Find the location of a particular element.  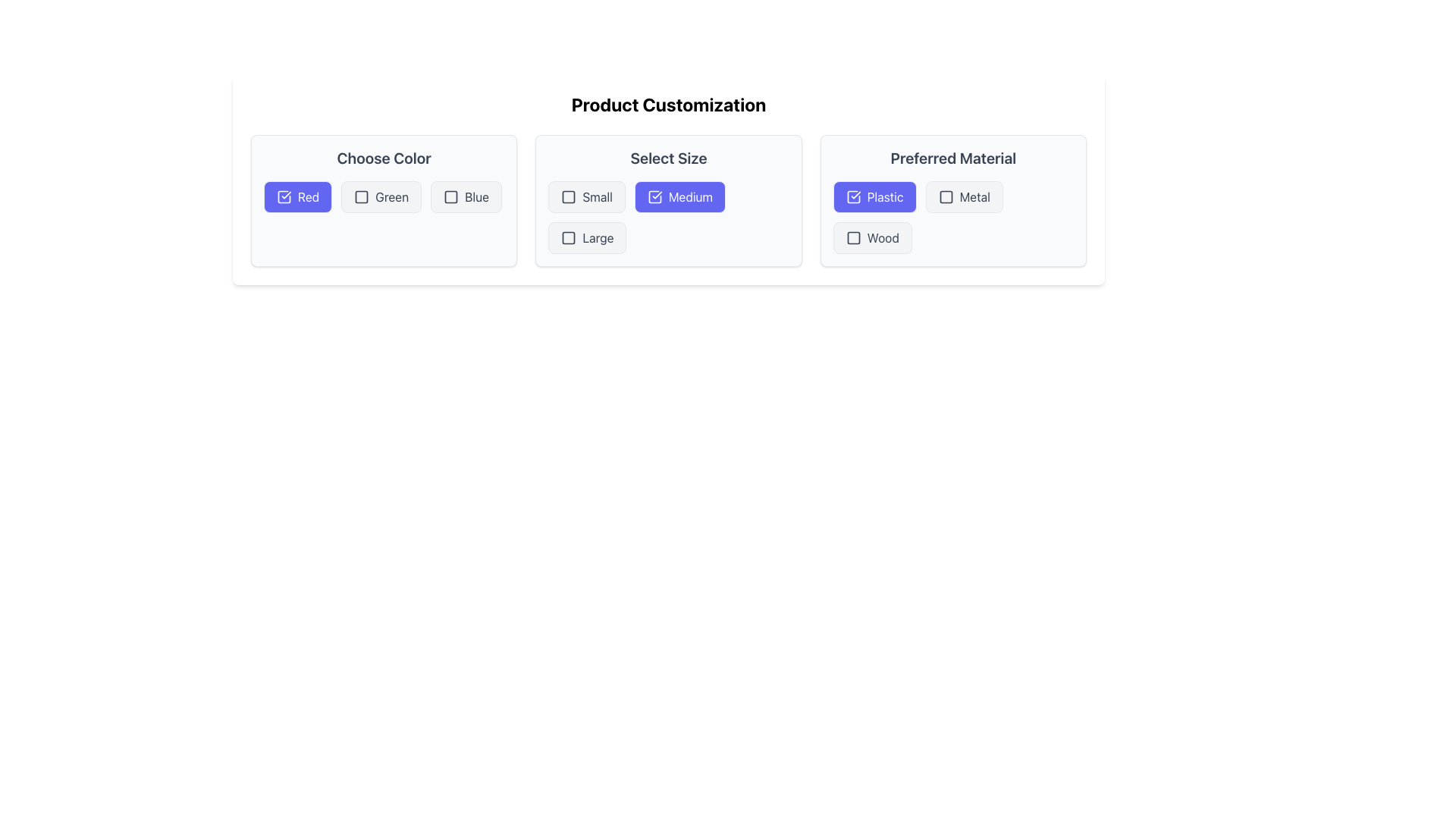

the graphical checkmark in the SVG-based checkbox indicating the selected state for the 'Plastic' option in the 'Preferred Material' category is located at coordinates (853, 196).